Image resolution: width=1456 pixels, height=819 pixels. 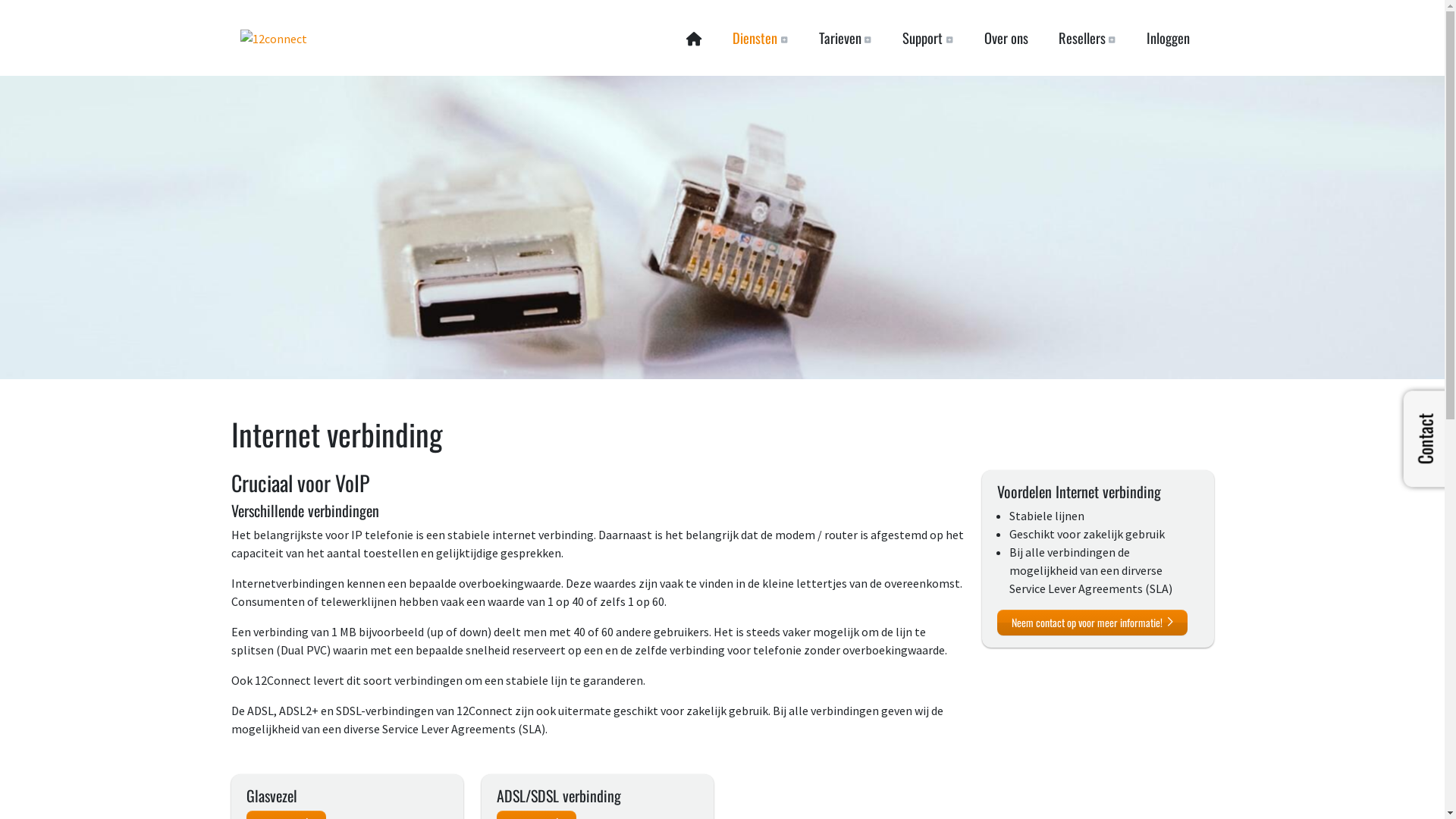 I want to click on 'Diensten', so click(x=760, y=37).